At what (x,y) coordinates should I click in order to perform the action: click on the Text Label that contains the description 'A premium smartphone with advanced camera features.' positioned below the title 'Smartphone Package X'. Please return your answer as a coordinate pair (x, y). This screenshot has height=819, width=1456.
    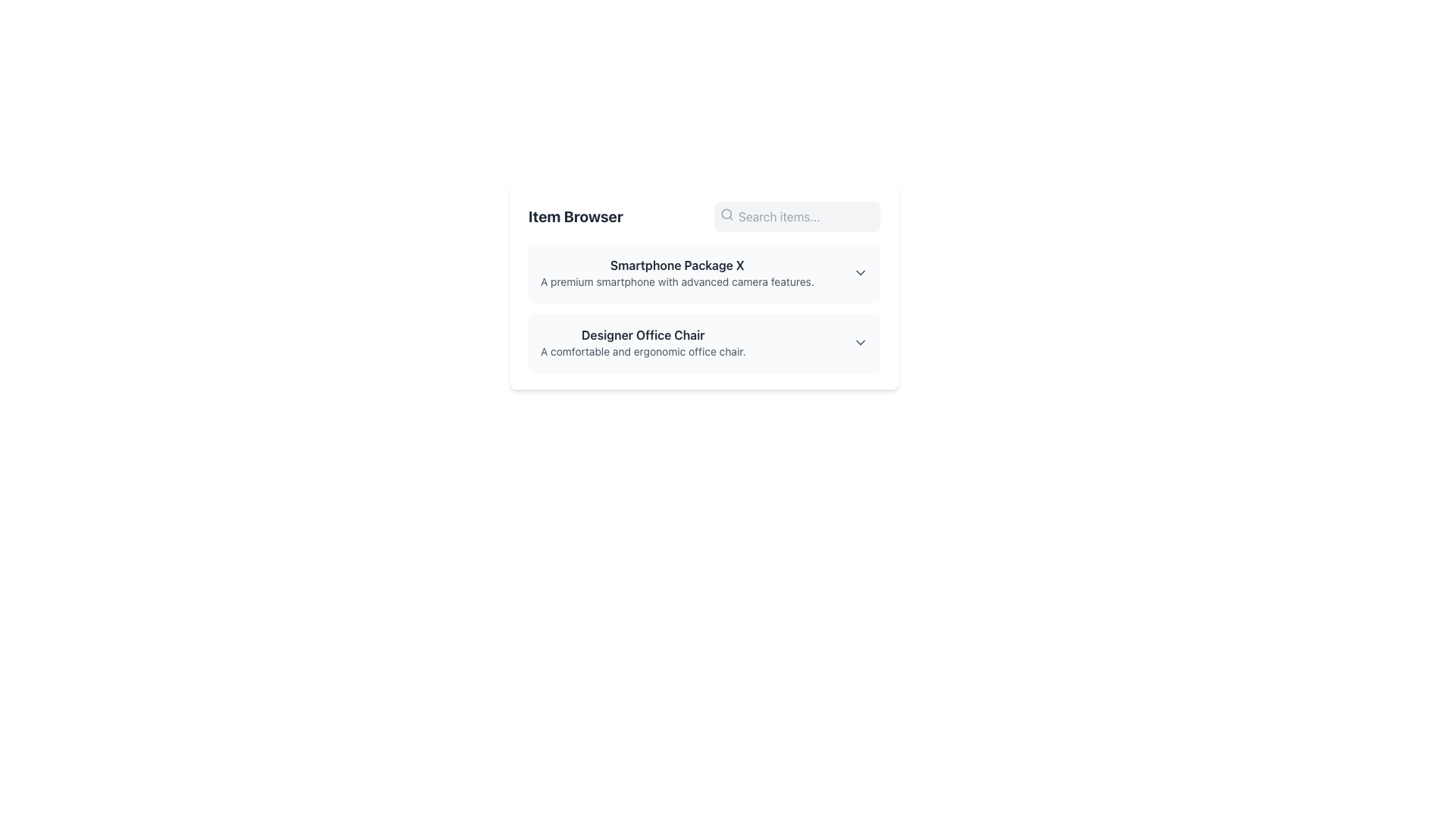
    Looking at the image, I should click on (676, 281).